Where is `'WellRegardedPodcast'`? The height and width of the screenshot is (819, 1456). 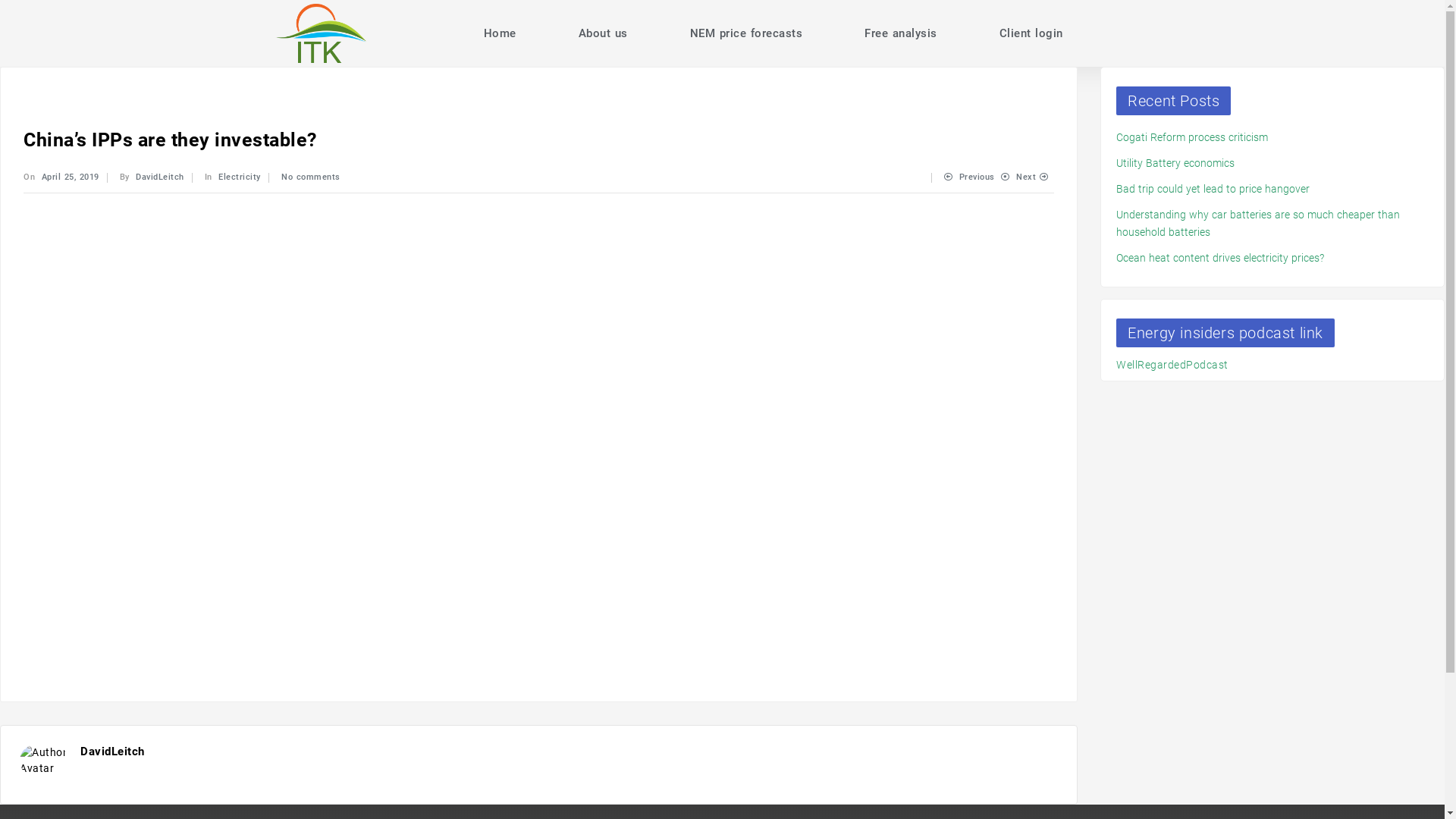 'WellRegardedPodcast' is located at coordinates (1171, 365).